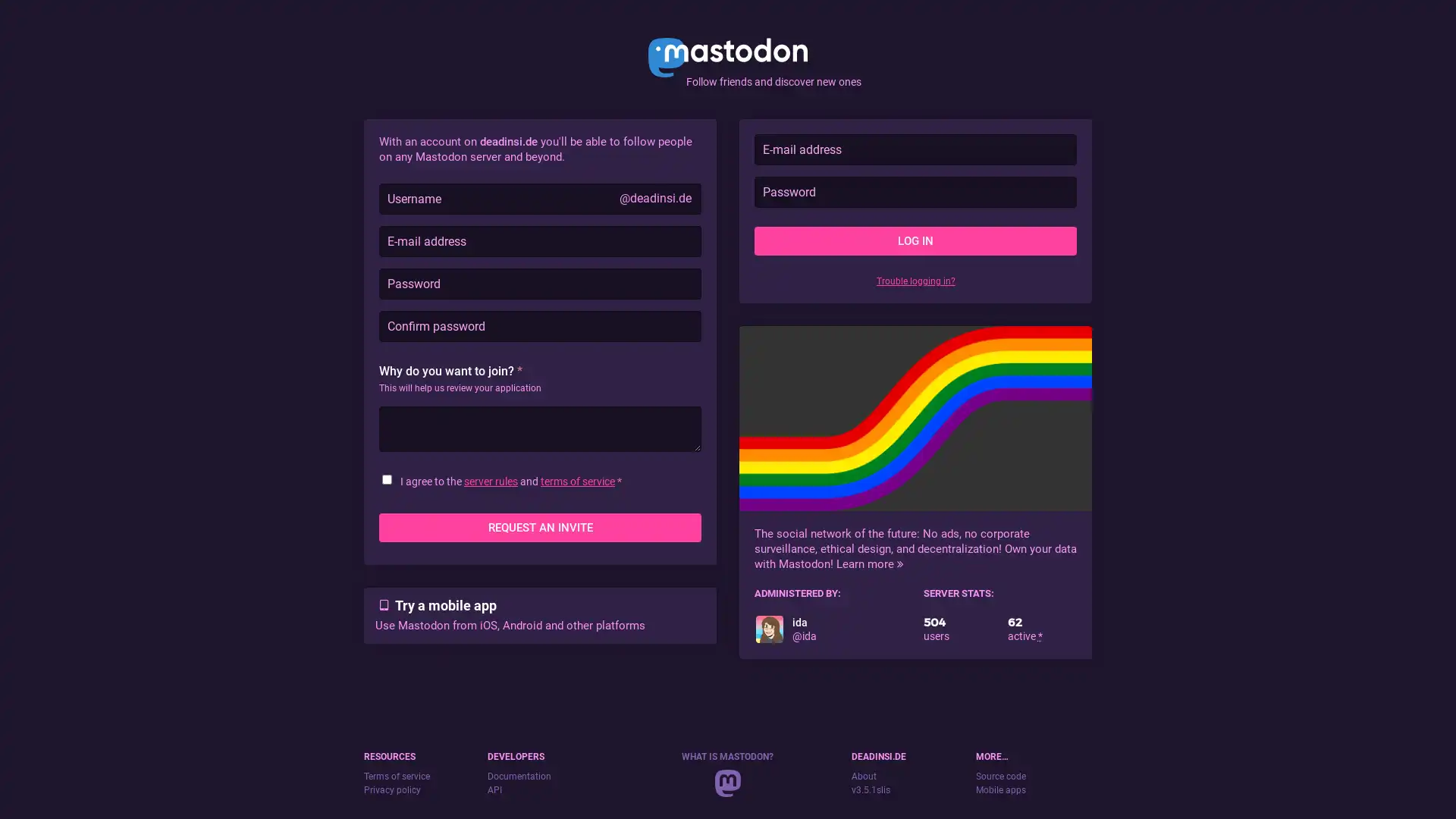 Image resolution: width=1456 pixels, height=819 pixels. I want to click on REQUEST AN INVITE, so click(540, 526).